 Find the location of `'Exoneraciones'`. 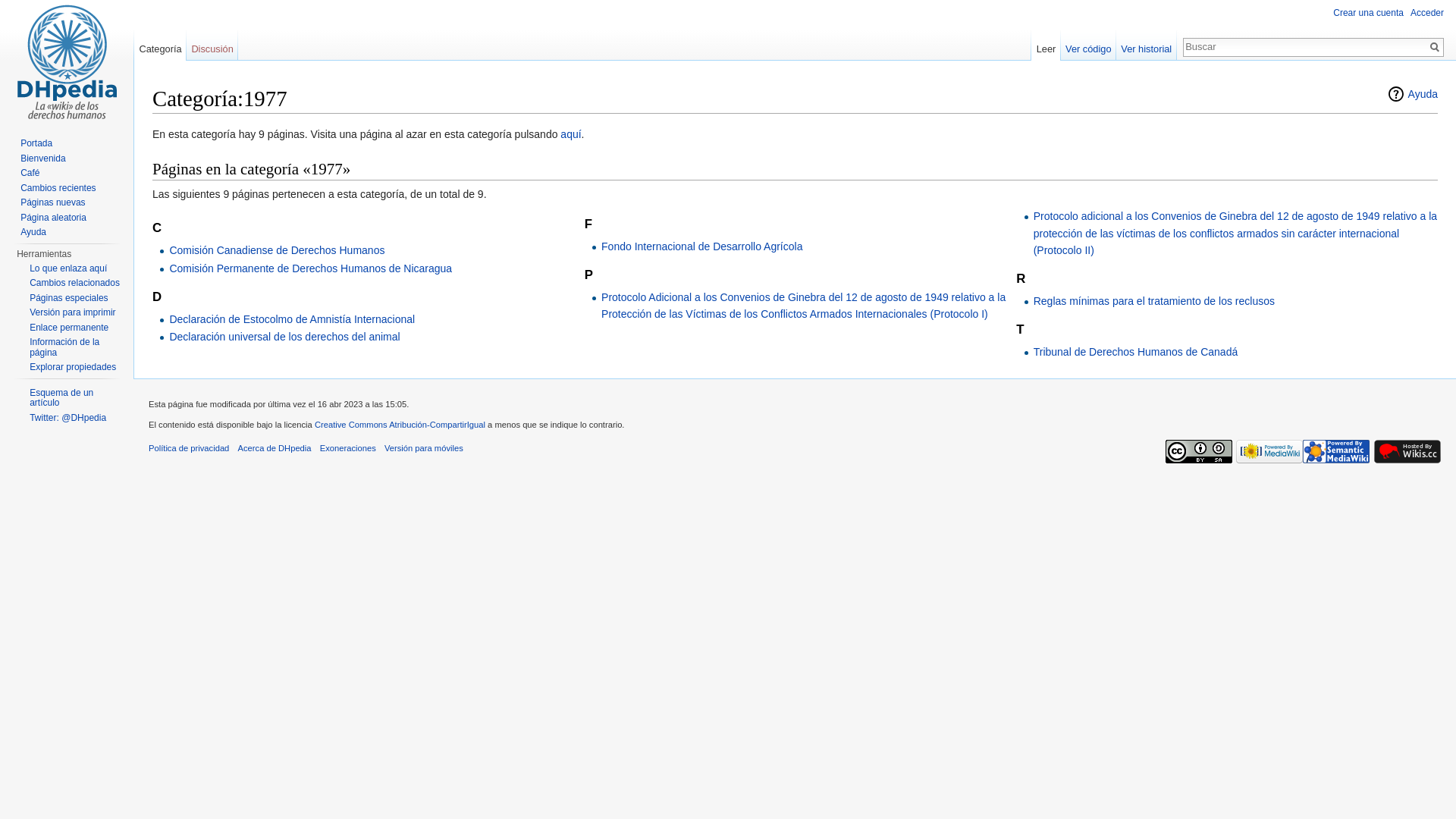

'Exoneraciones' is located at coordinates (347, 447).